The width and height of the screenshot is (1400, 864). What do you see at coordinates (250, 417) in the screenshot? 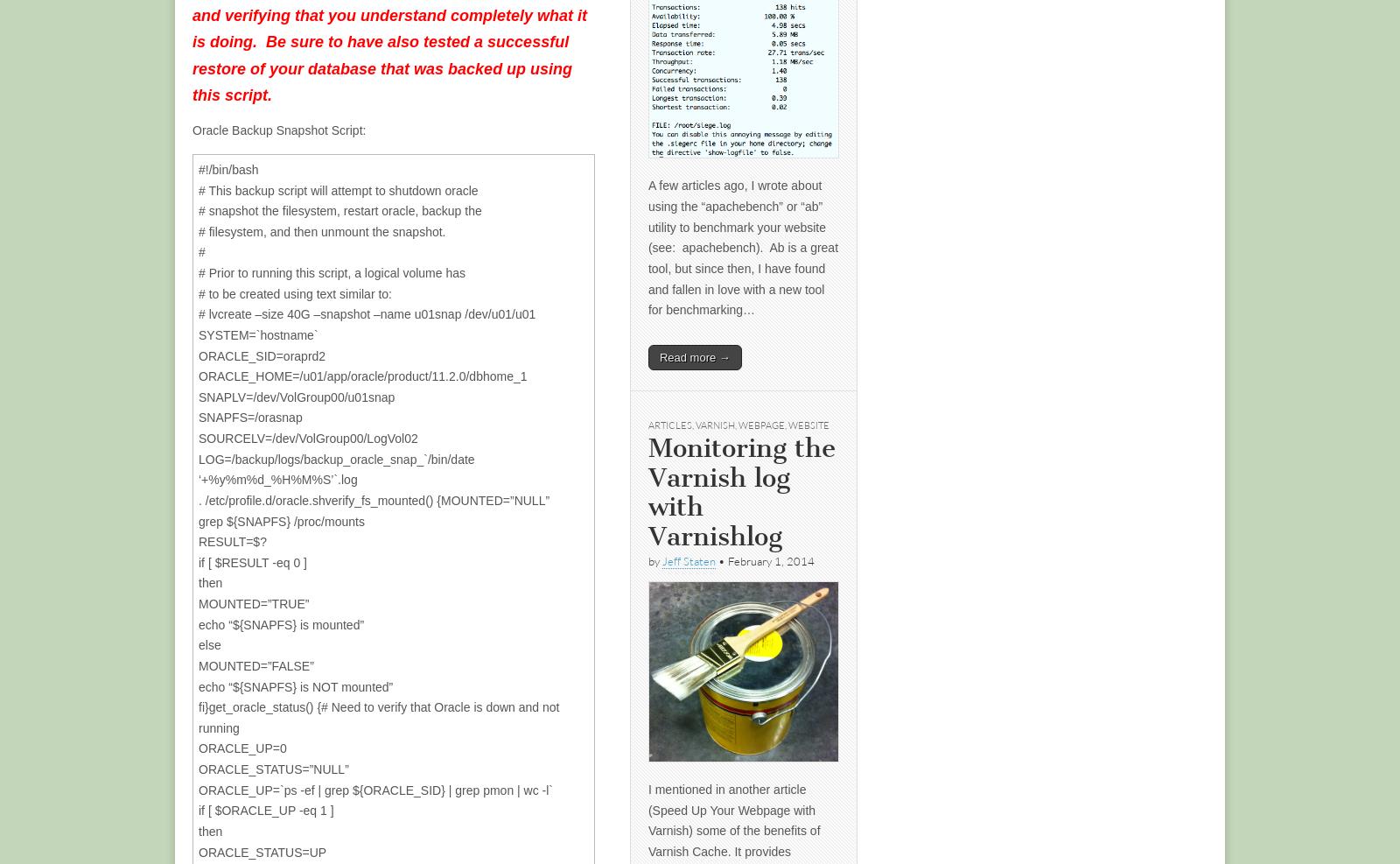
I see `'SNAPFS=/orasnap'` at bounding box center [250, 417].